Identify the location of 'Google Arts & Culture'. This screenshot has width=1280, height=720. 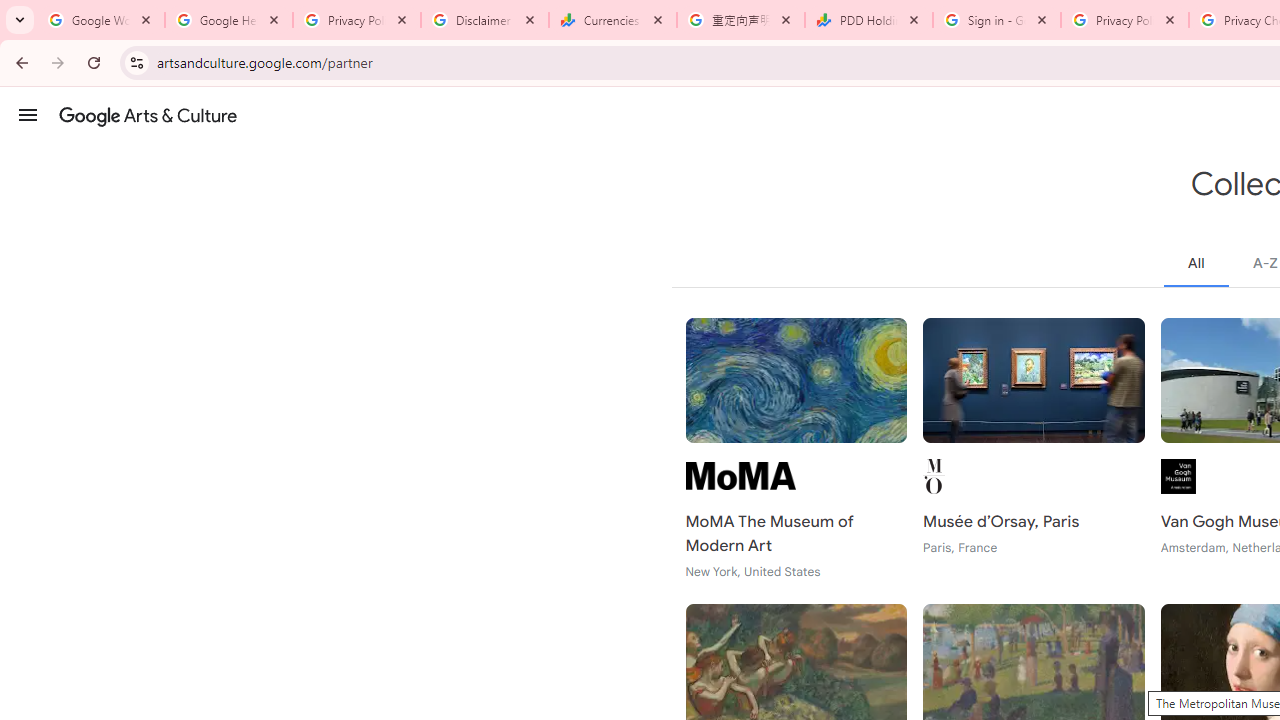
(147, 115).